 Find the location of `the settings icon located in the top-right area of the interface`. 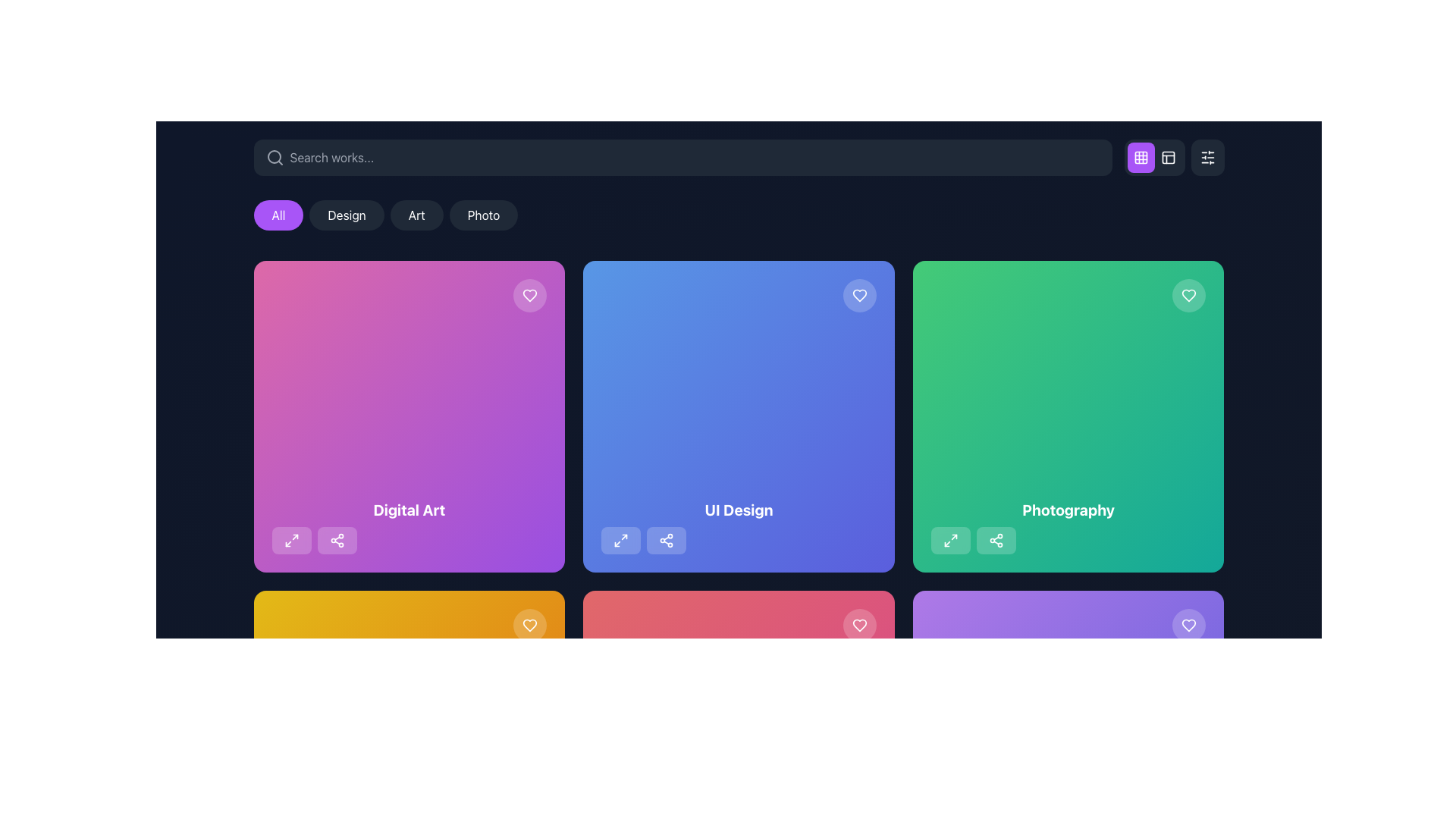

the settings icon located in the top-right area of the interface is located at coordinates (1207, 158).